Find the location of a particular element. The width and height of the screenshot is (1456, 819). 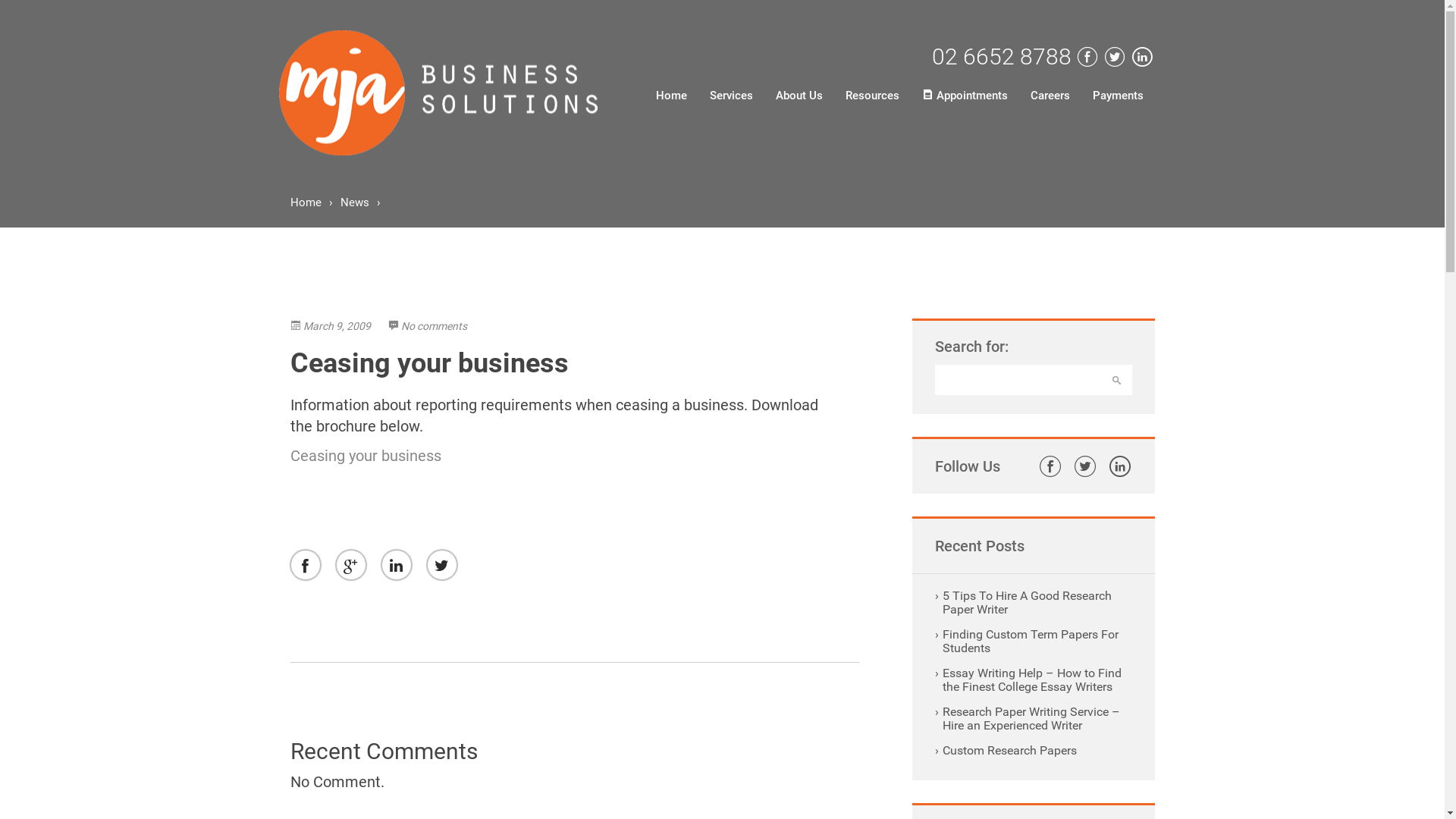

'News' is located at coordinates (353, 201).